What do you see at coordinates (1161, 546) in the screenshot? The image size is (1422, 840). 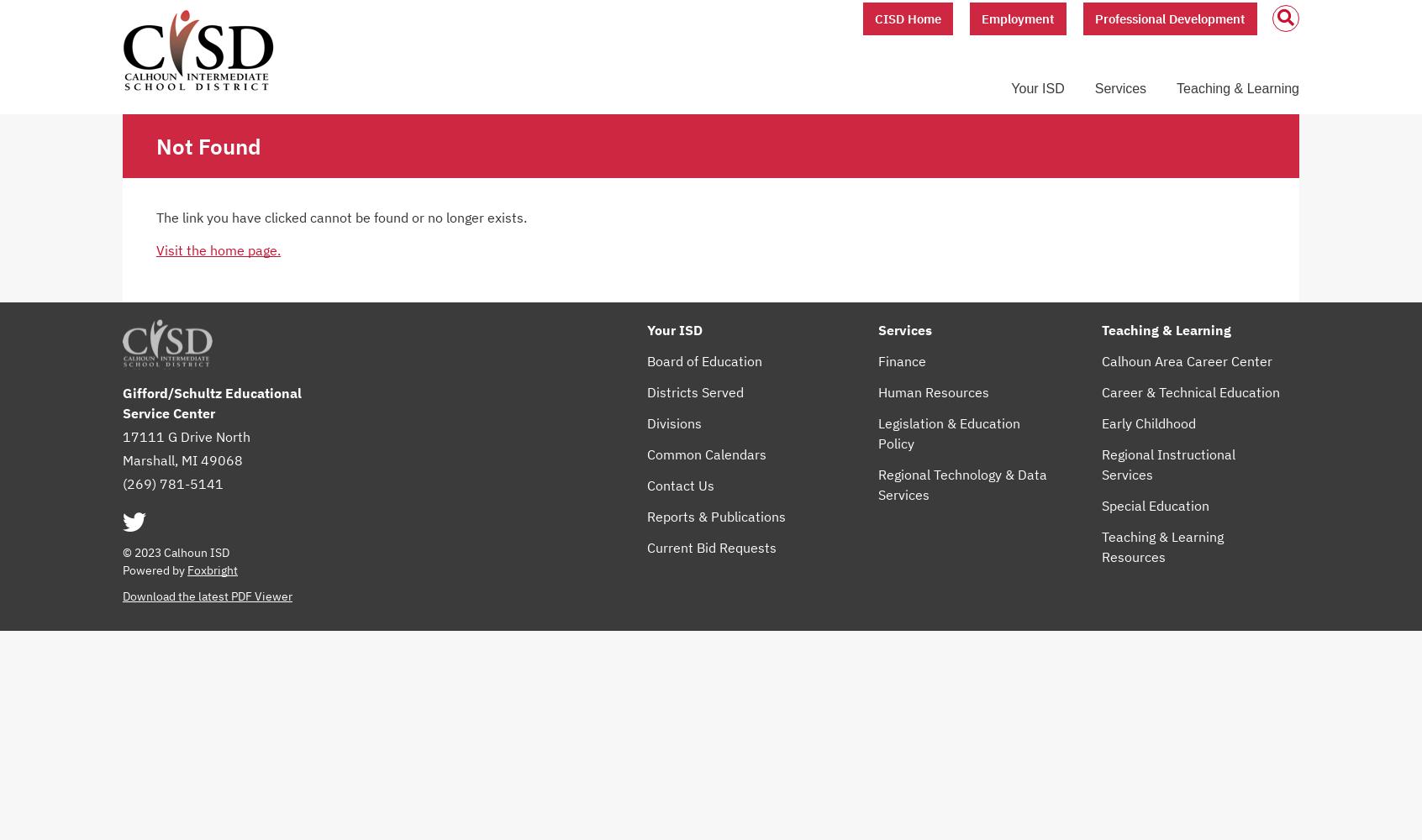 I see `'Teaching & Learning Resources'` at bounding box center [1161, 546].